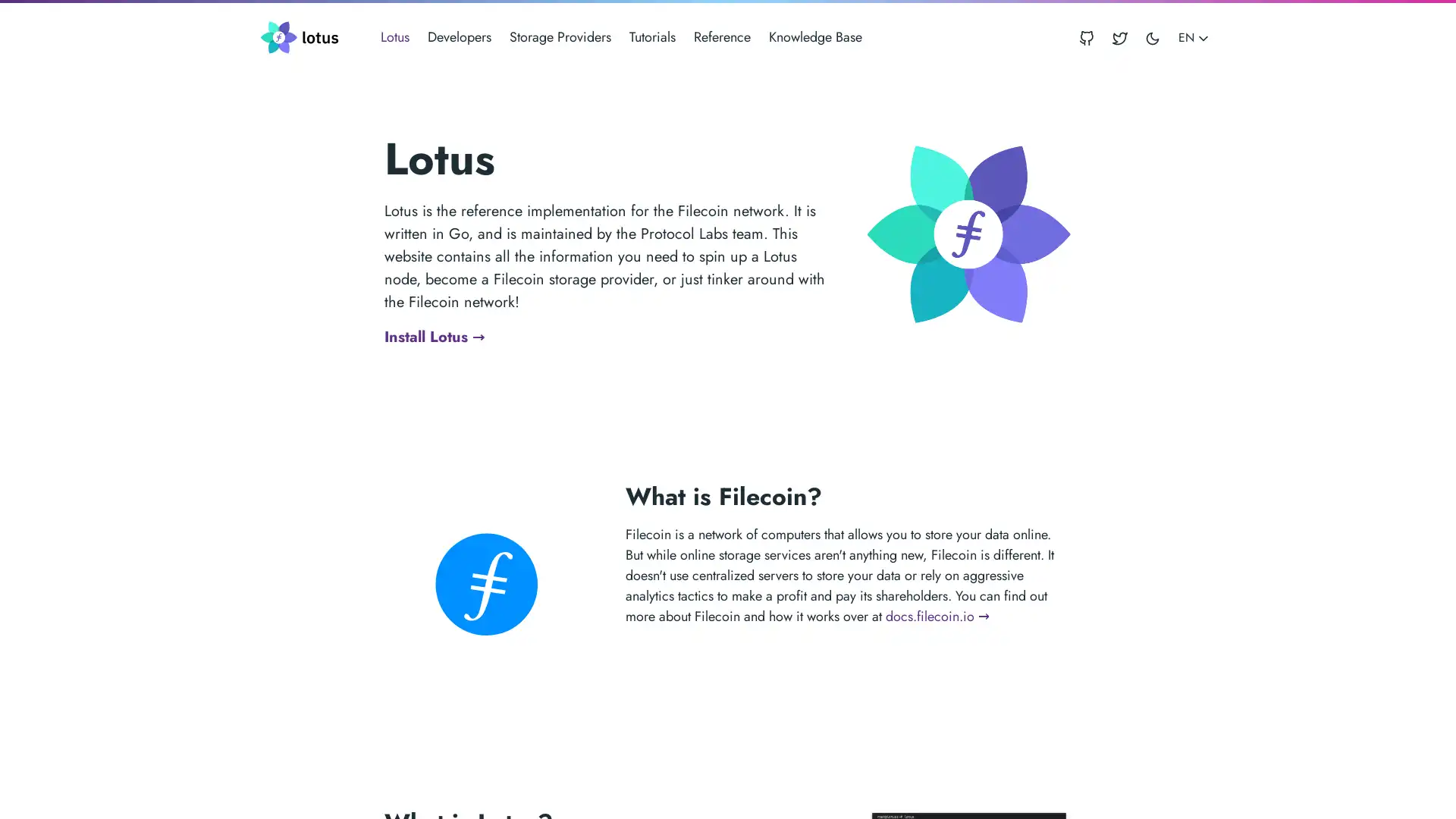  I want to click on Toggle user interface mode, so click(1153, 36).